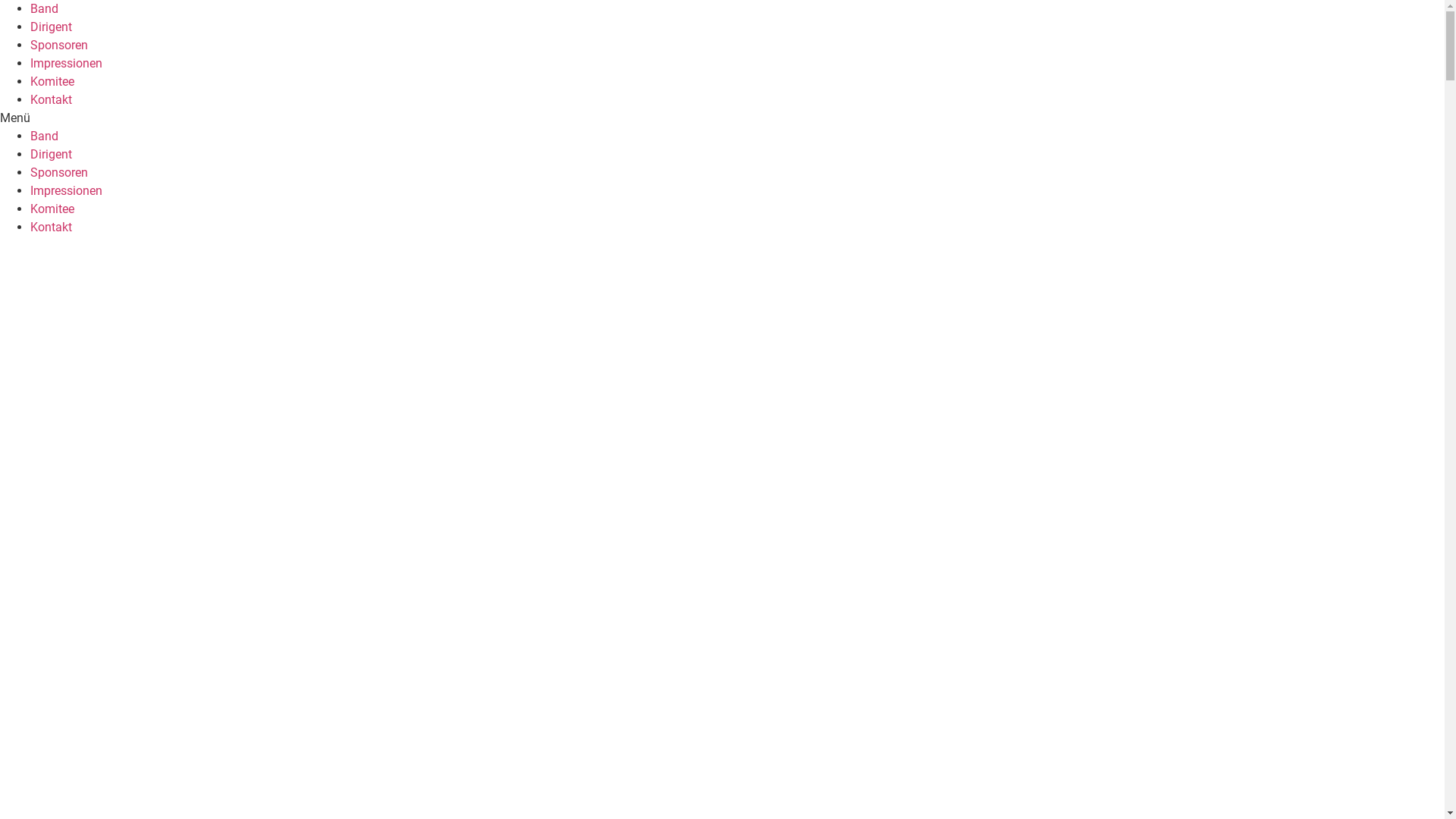  I want to click on 'Dirigent', so click(51, 154).